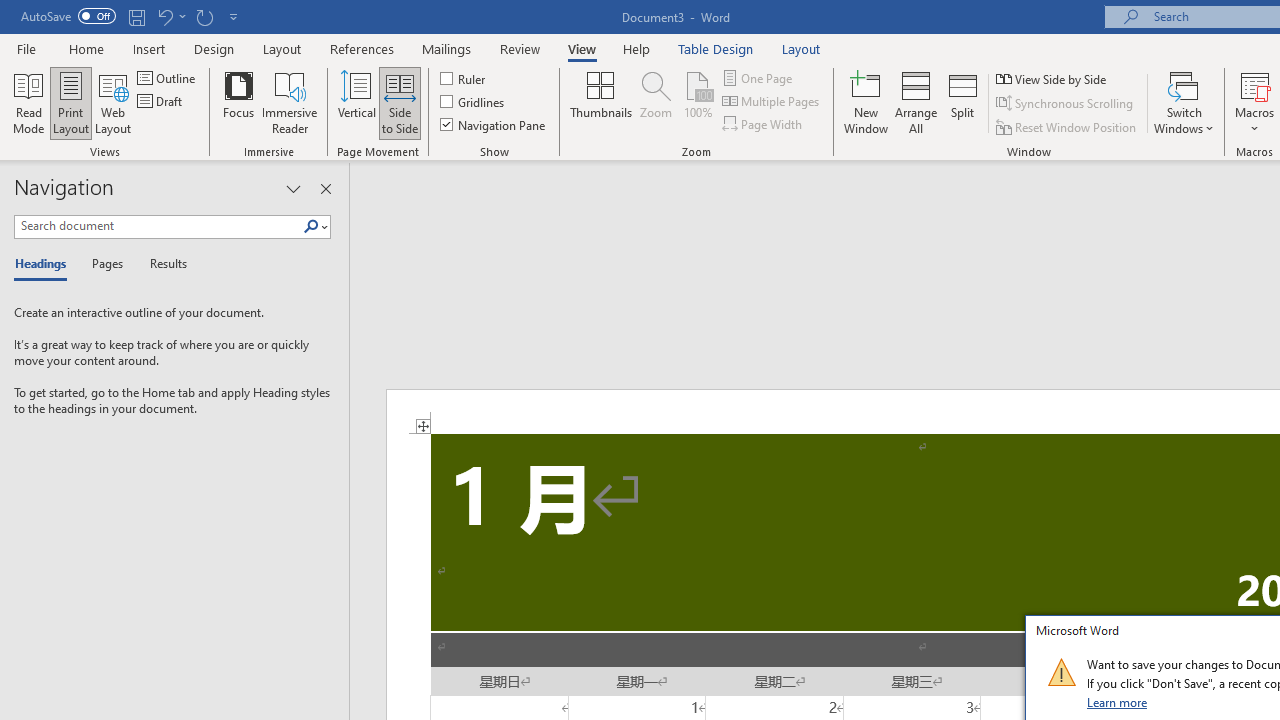 This screenshot has width=1280, height=720. What do you see at coordinates (170, 16) in the screenshot?
I see `'Undo Increase Indent'` at bounding box center [170, 16].